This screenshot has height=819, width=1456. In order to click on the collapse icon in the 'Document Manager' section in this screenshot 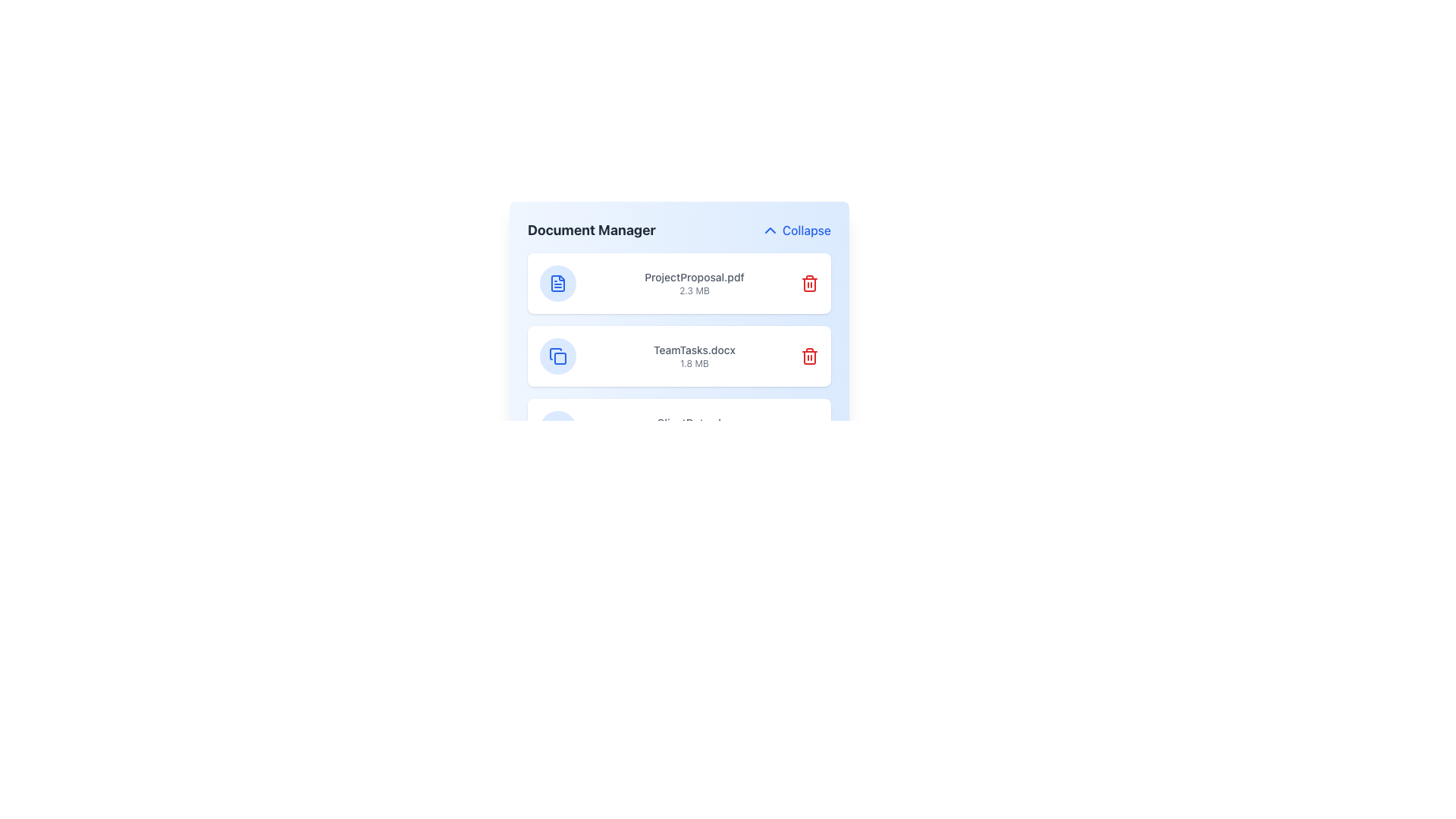, I will do `click(770, 231)`.